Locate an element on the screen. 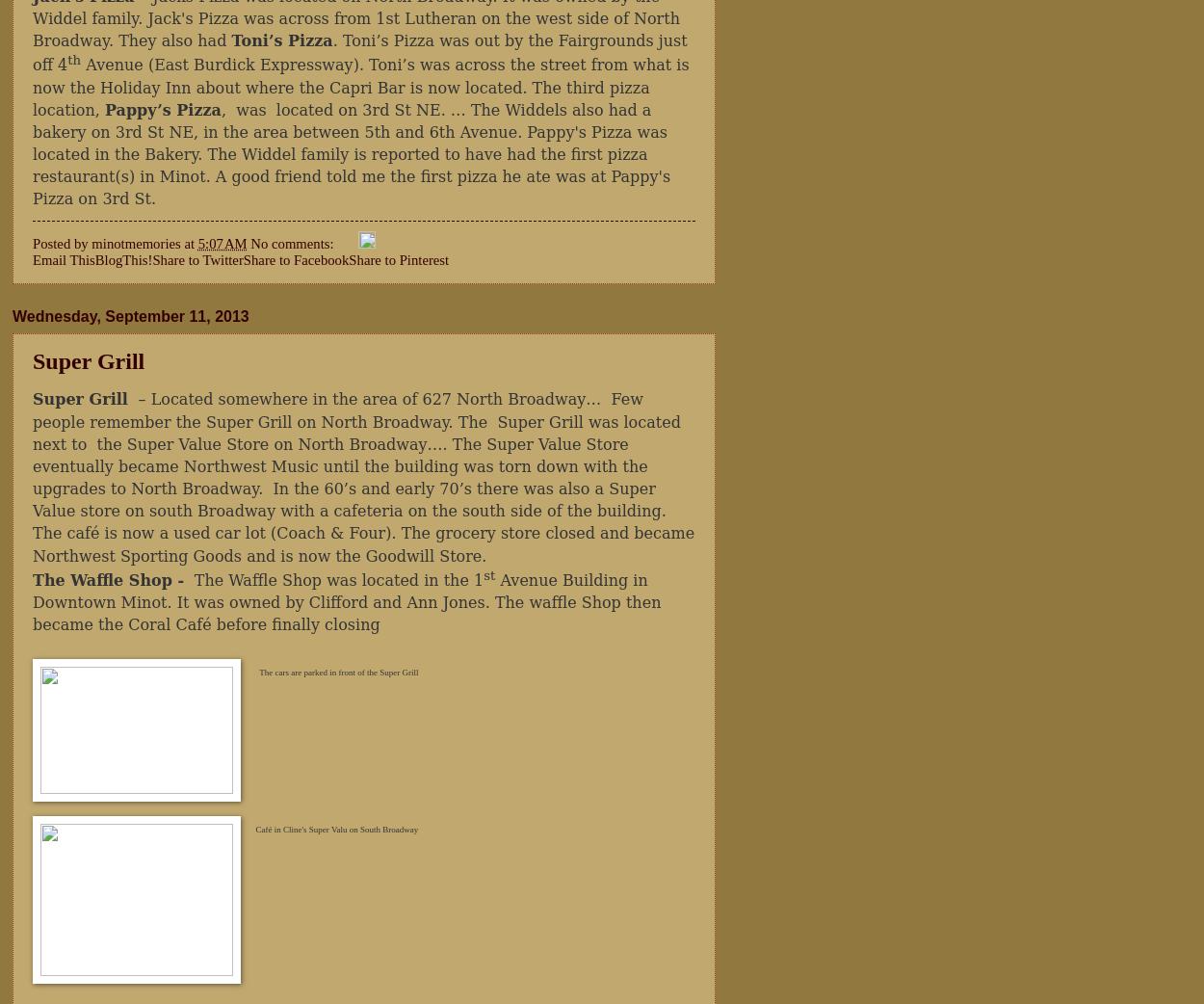  'Share to Facebook' is located at coordinates (243, 259).